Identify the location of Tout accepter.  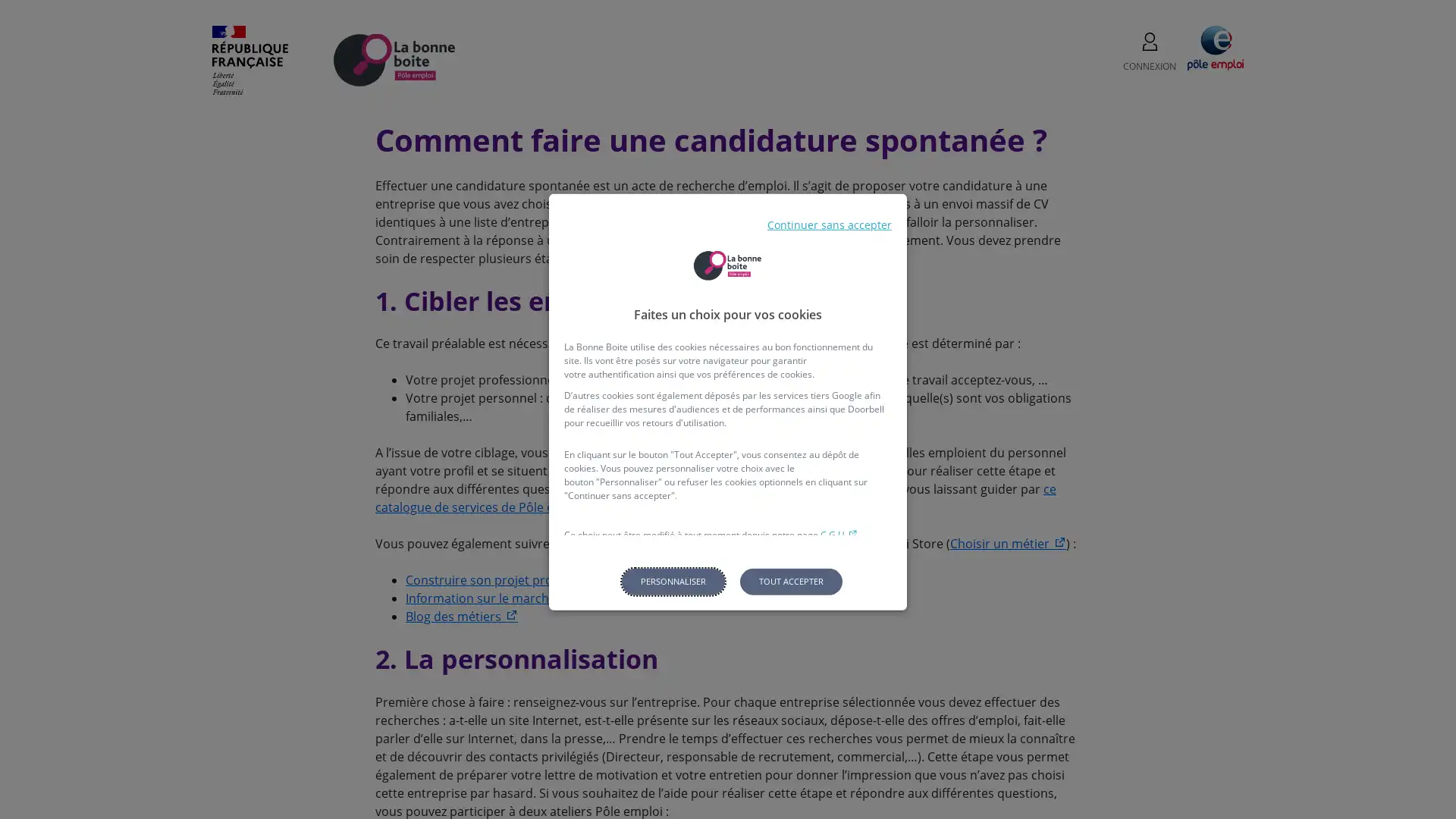
(789, 580).